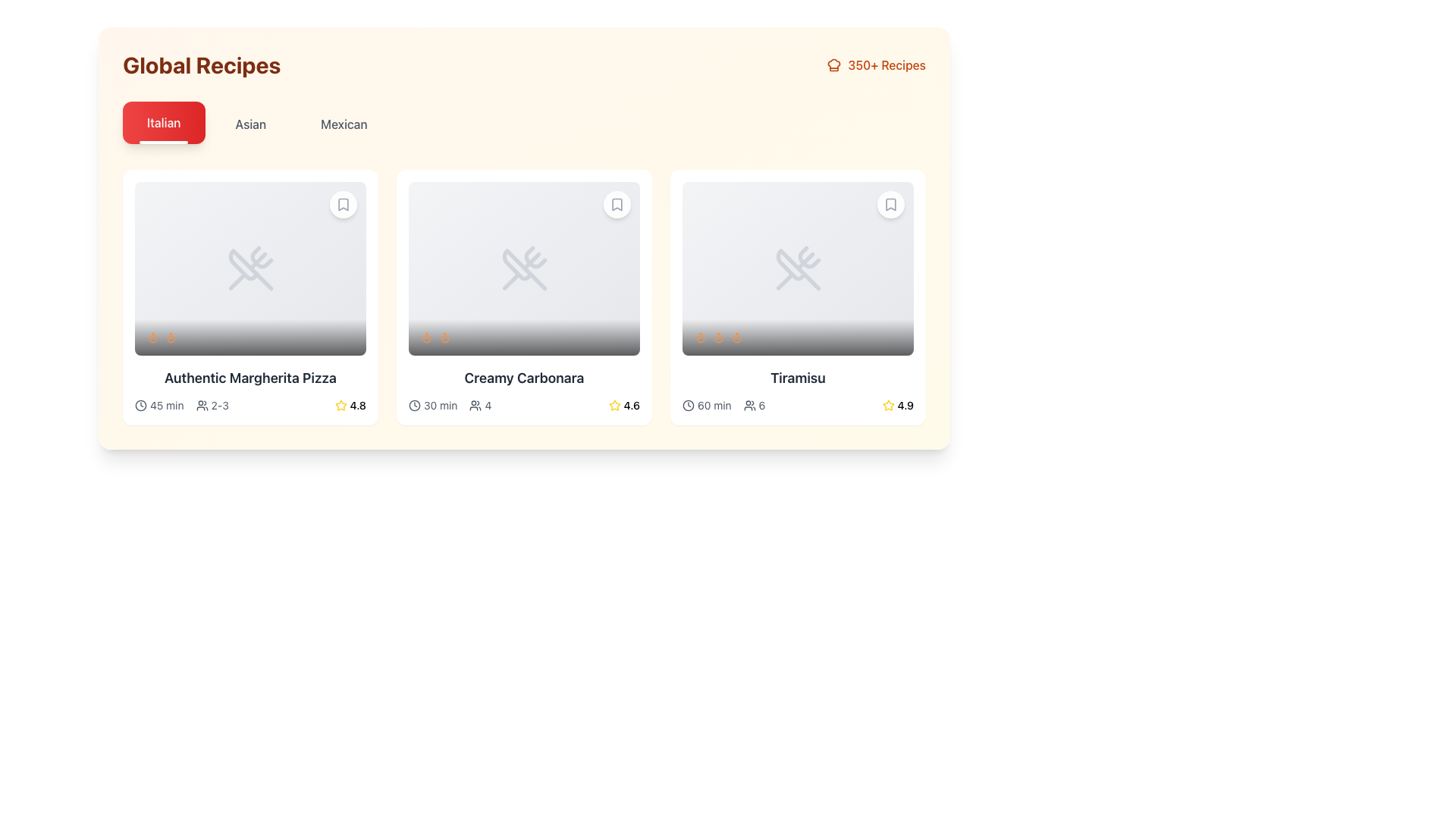 This screenshot has height=819, width=1456. What do you see at coordinates (833, 64) in the screenshot?
I see `the chef hat icon located in the top-right corner of the interface, adjacent to the '350+ Recipes' text` at bounding box center [833, 64].